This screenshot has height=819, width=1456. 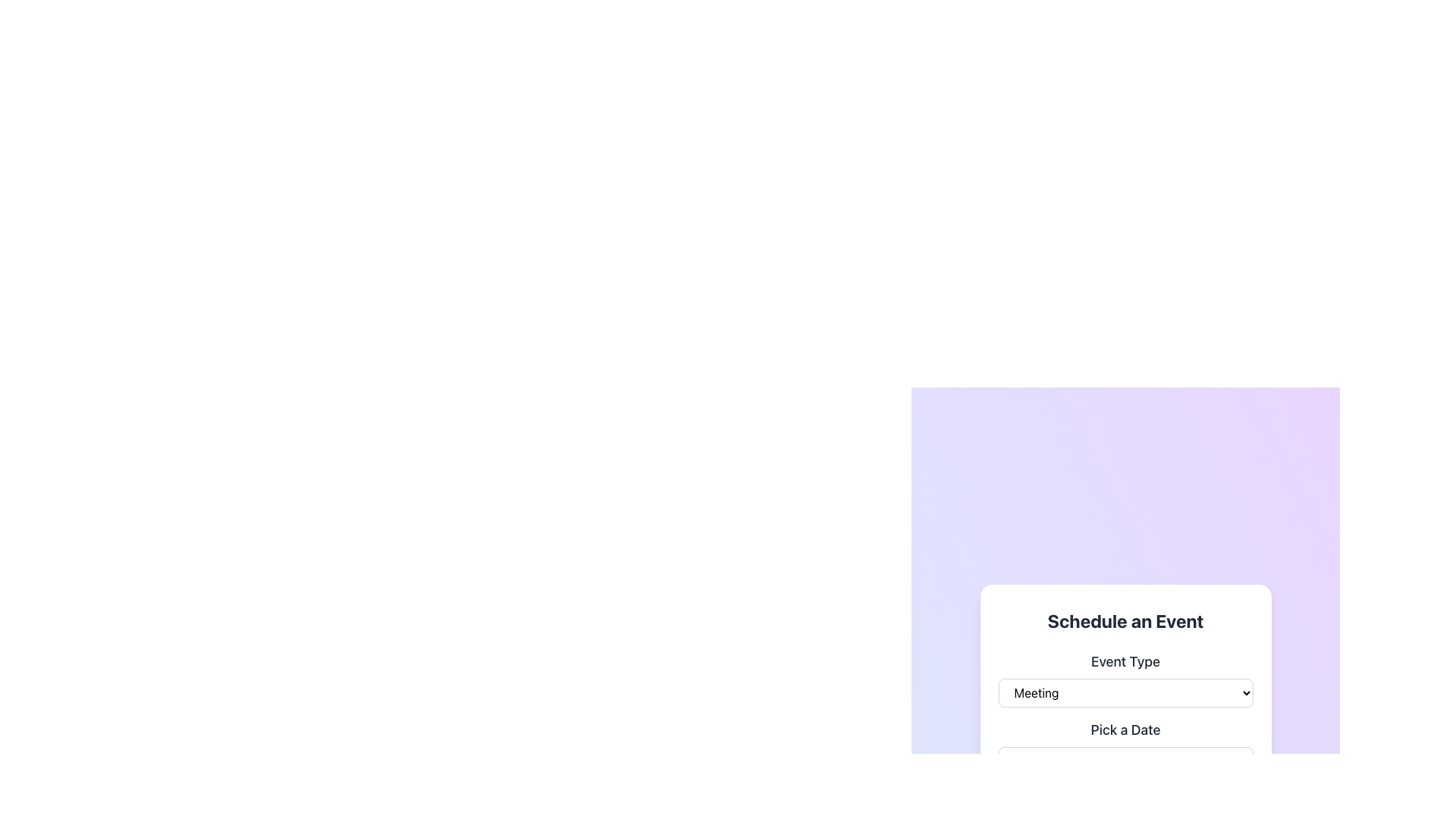 What do you see at coordinates (1125, 620) in the screenshot?
I see `the header text label displaying 'Schedule an Event', which is located at the top of the scheduling options panel` at bounding box center [1125, 620].